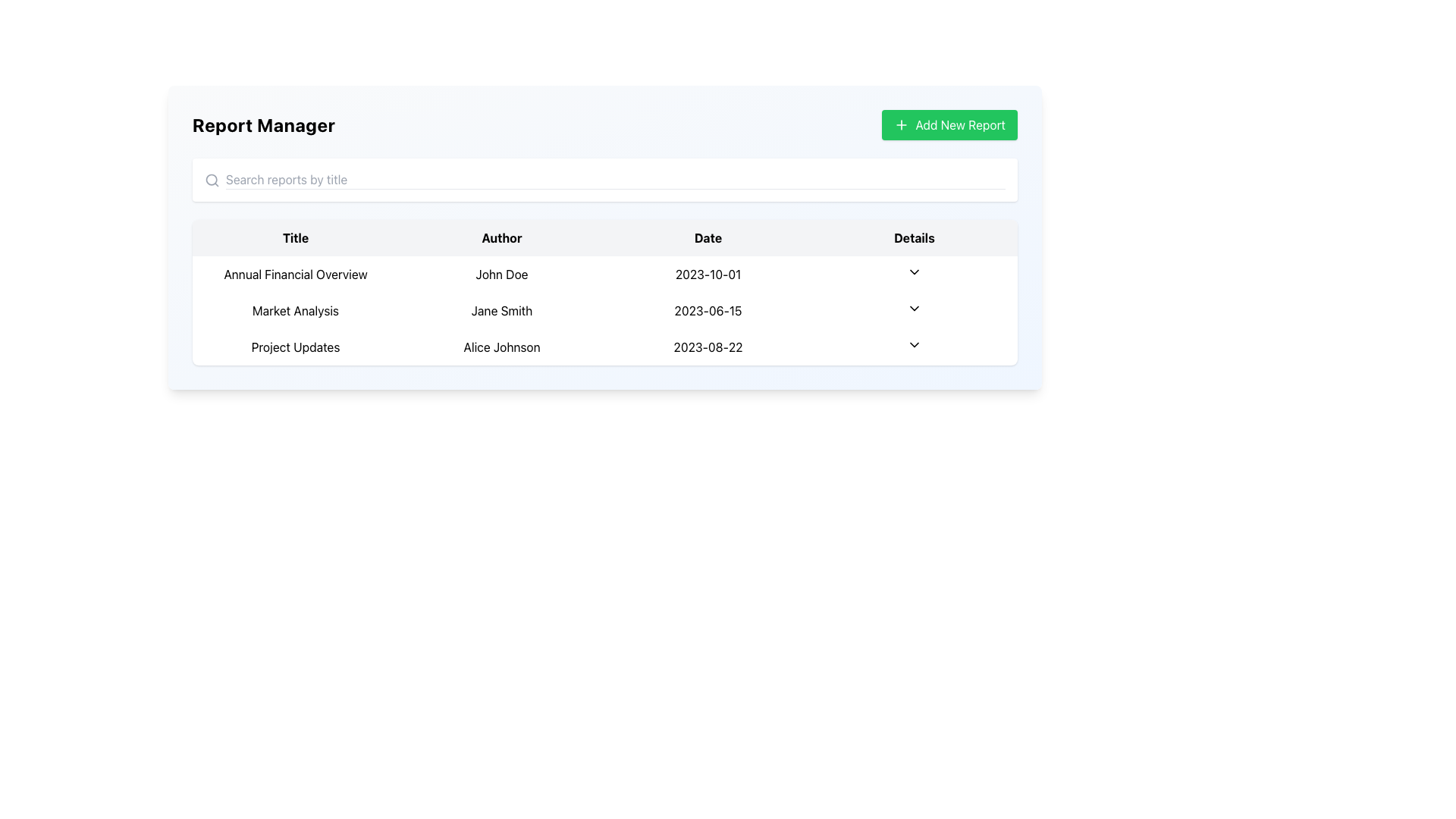 The image size is (1456, 819). Describe the element at coordinates (295, 347) in the screenshot. I see `the 'Project Updates' text label element located in the 'Title' column of the table, which is in the third data row, next to the author name 'Alice Johnson' and the date '2023-08-22'` at that location.